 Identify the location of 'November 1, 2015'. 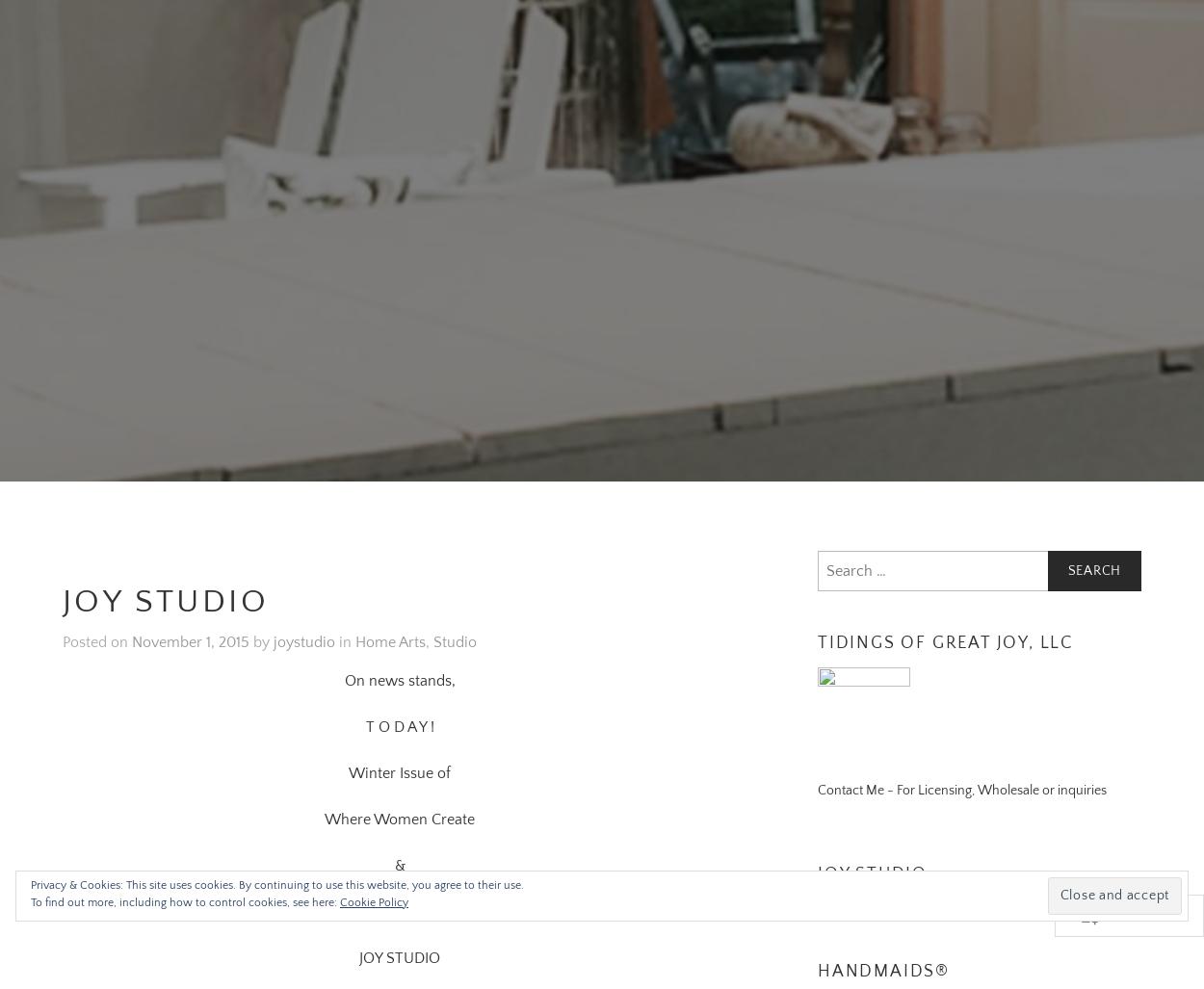
(132, 618).